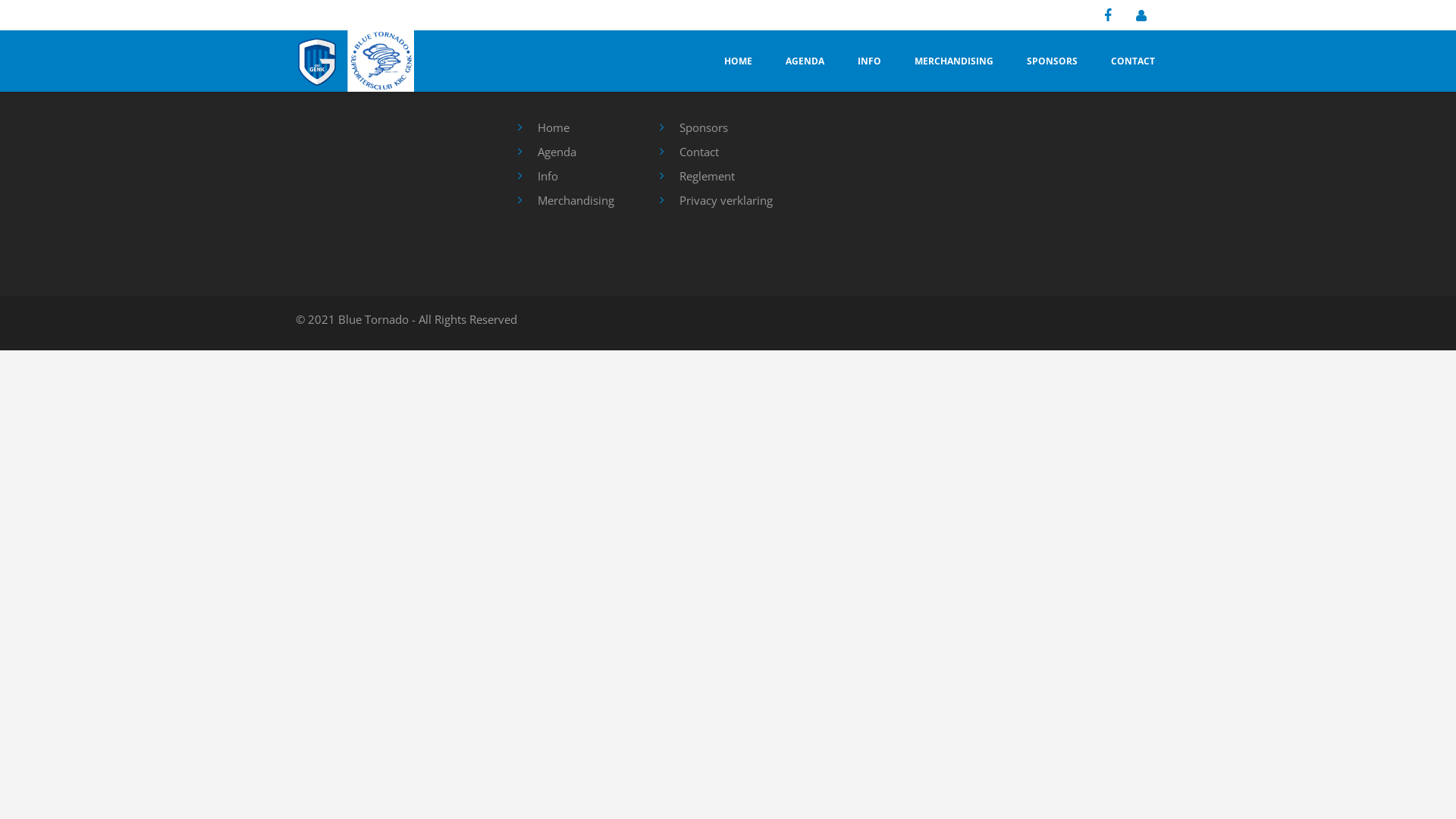 The image size is (1456, 819). Describe the element at coordinates (738, 60) in the screenshot. I see `'HOME'` at that location.